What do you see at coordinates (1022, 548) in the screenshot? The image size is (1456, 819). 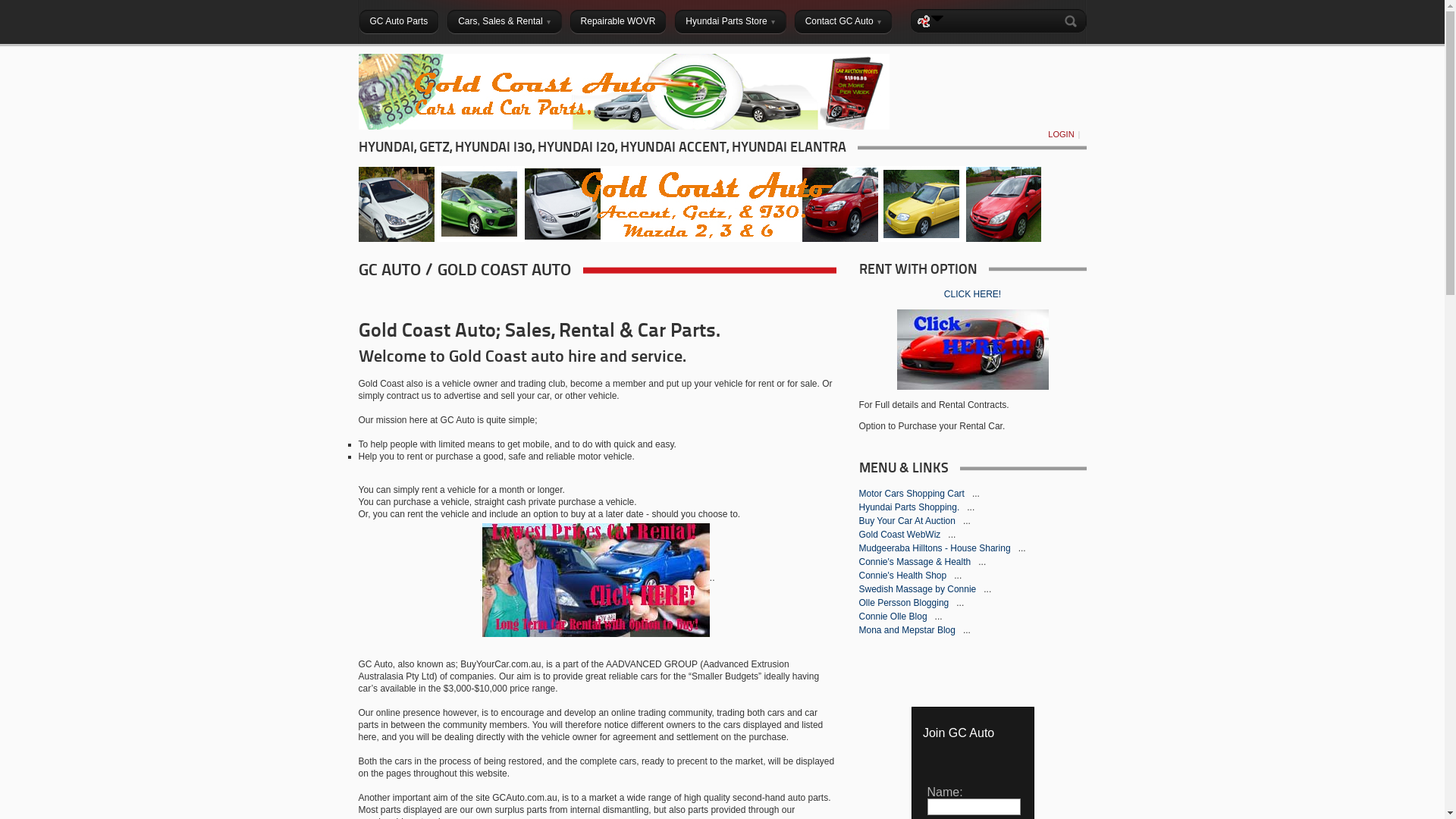 I see `'...'` at bounding box center [1022, 548].